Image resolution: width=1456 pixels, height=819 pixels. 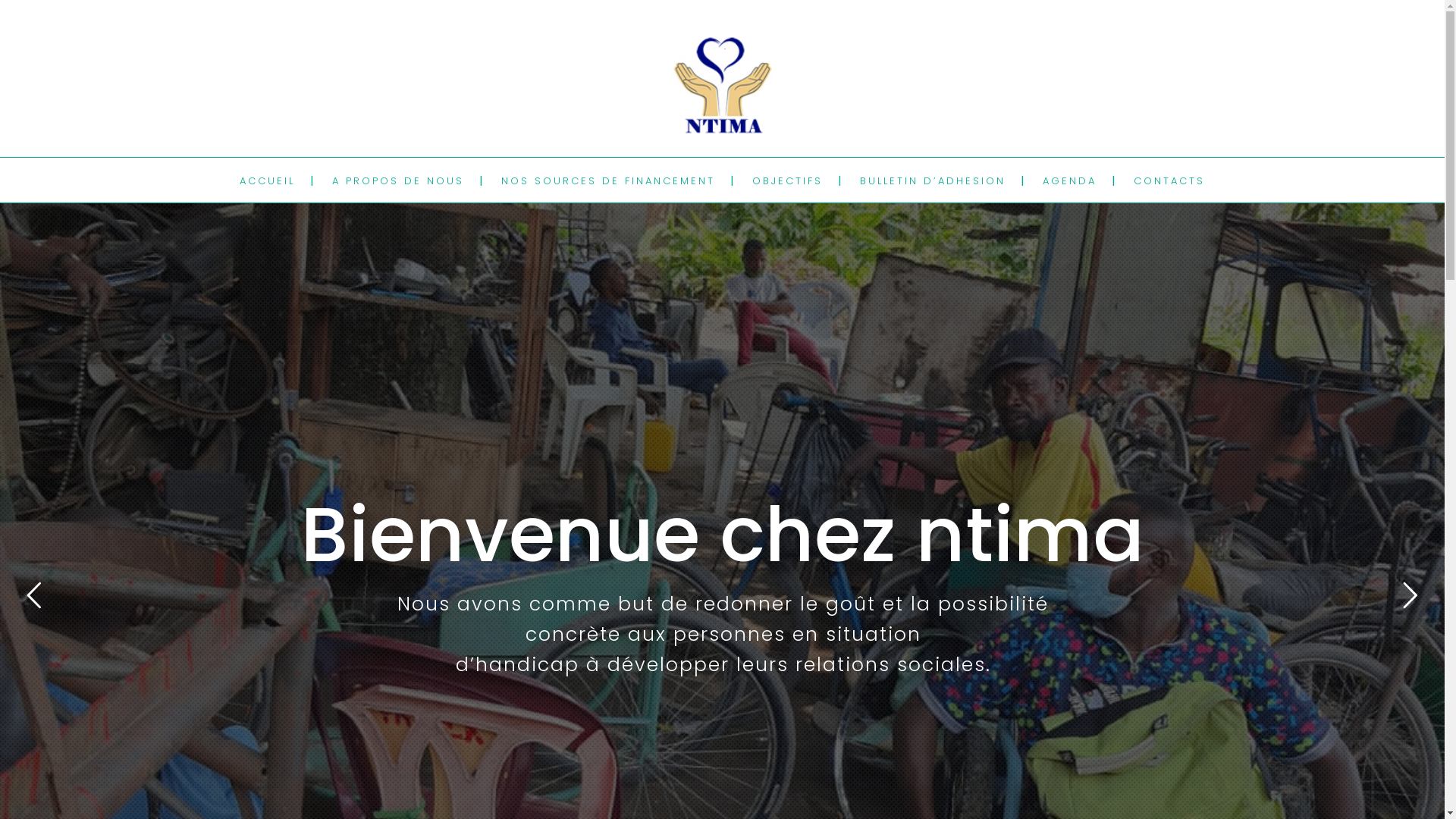 I want to click on 'NOS SOURCES DE FINANCEMENT', so click(x=607, y=180).